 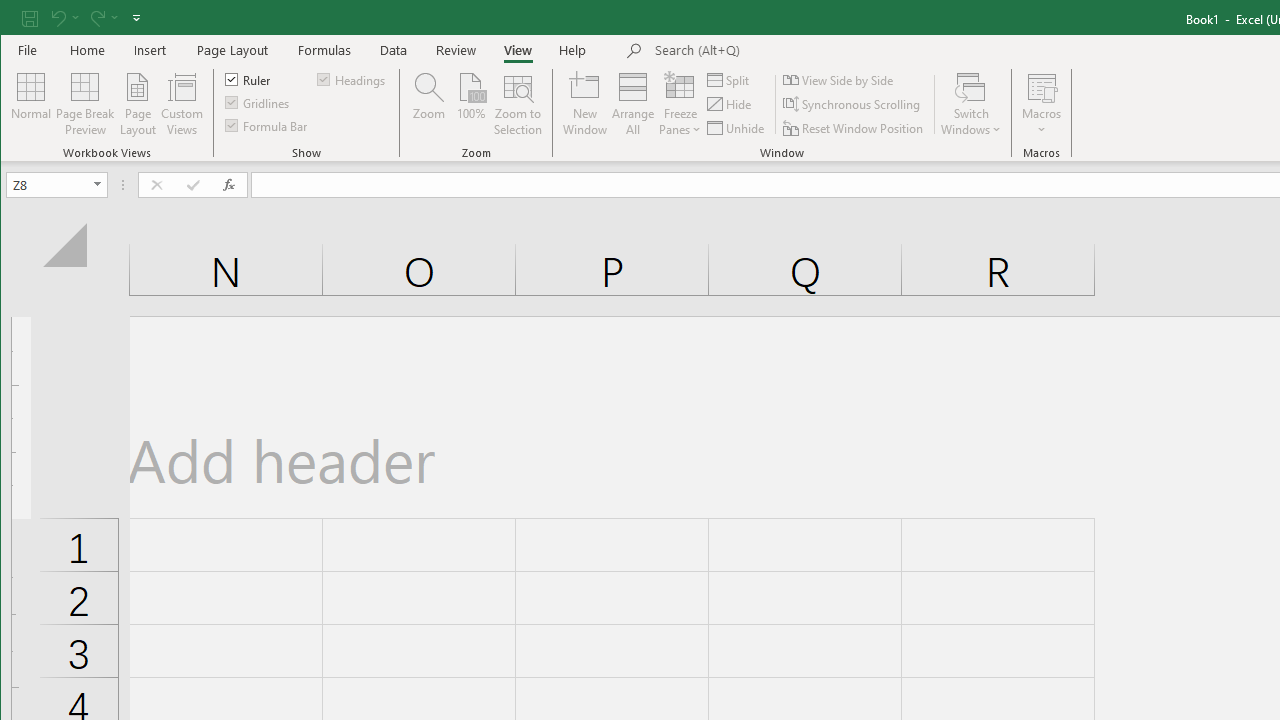 What do you see at coordinates (855, 128) in the screenshot?
I see `'Reset Window Position'` at bounding box center [855, 128].